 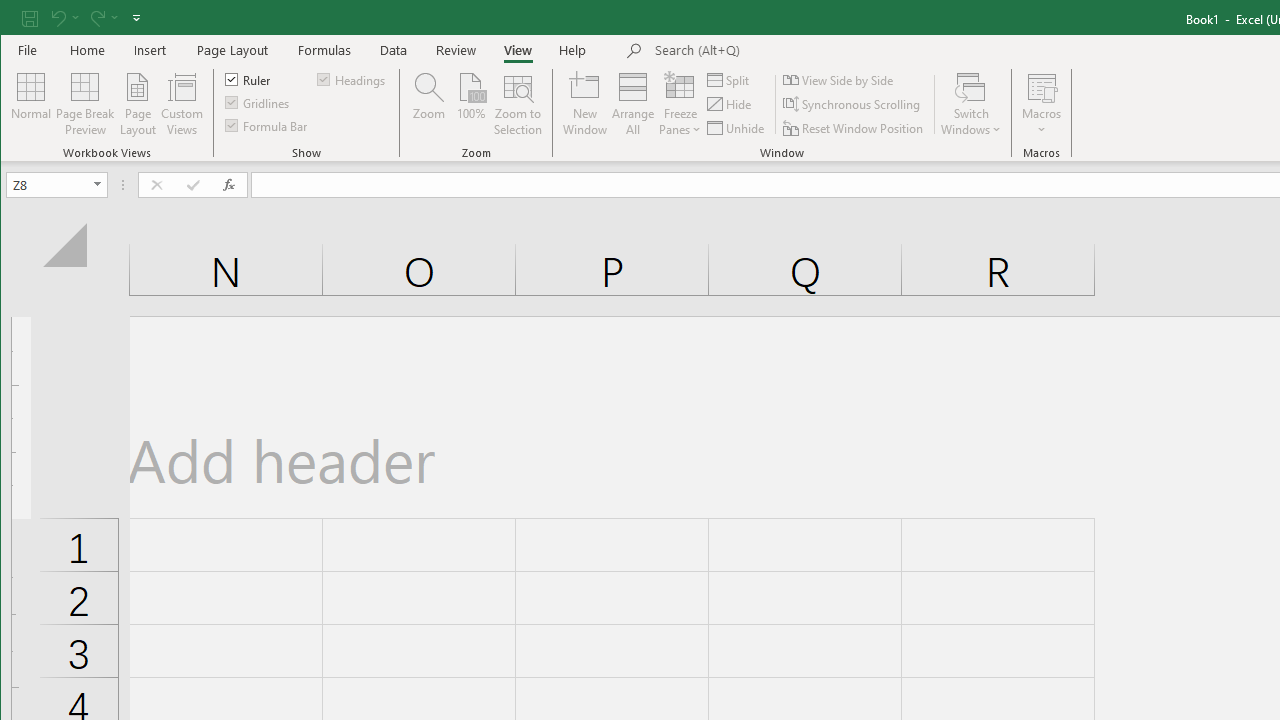 What do you see at coordinates (855, 128) in the screenshot?
I see `'Reset Window Position'` at bounding box center [855, 128].